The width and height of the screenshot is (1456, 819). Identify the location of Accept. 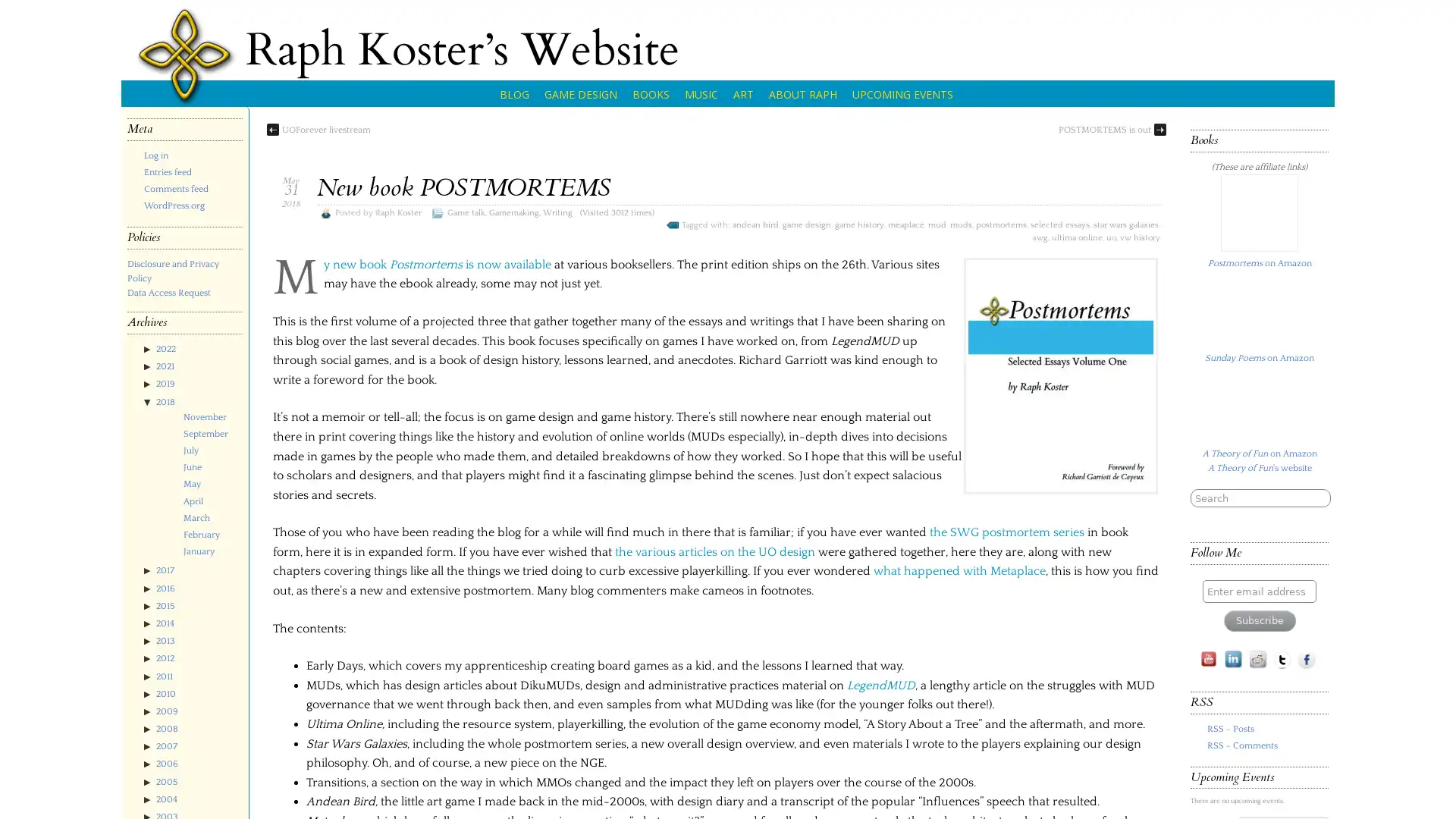
(1411, 792).